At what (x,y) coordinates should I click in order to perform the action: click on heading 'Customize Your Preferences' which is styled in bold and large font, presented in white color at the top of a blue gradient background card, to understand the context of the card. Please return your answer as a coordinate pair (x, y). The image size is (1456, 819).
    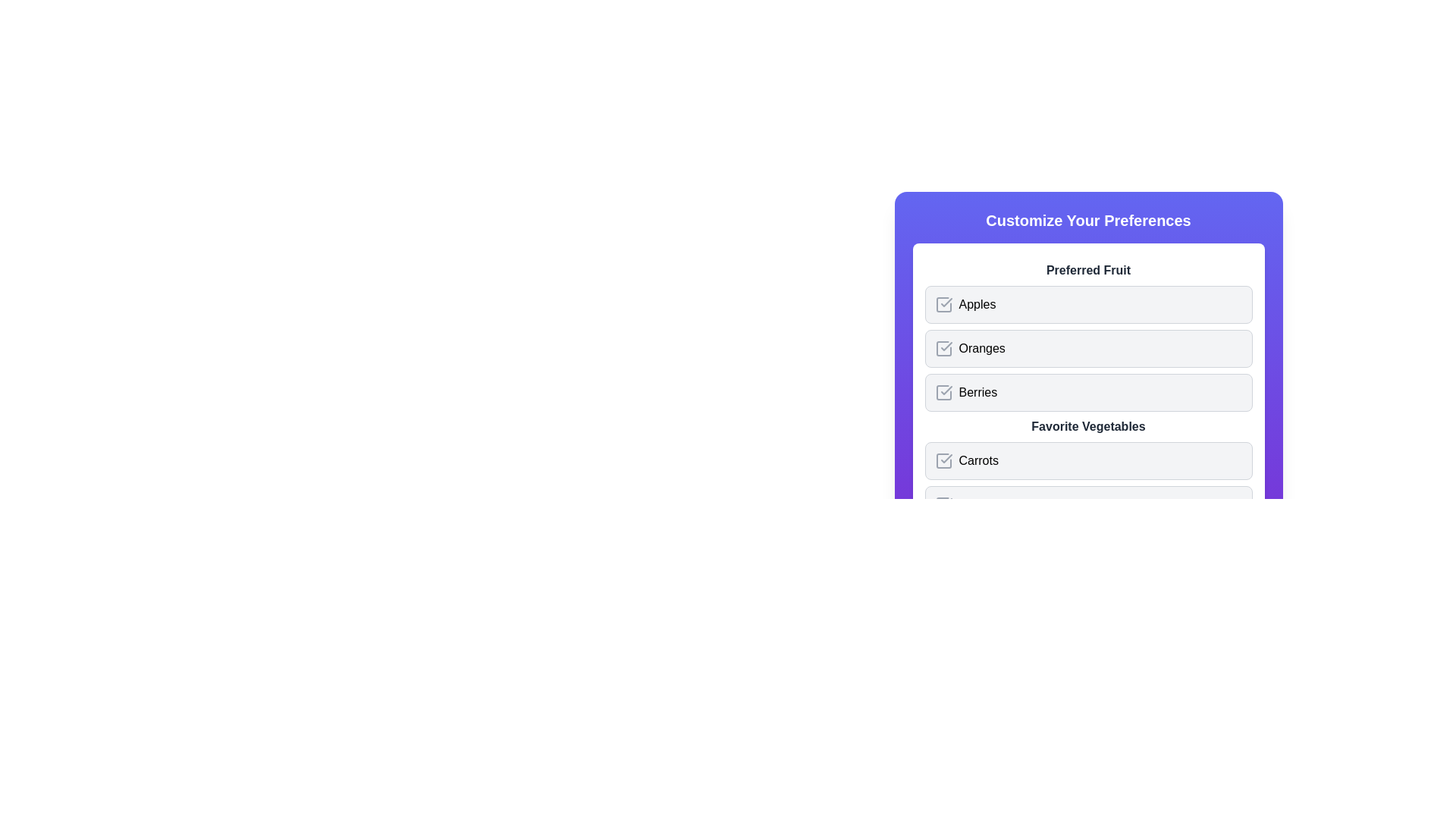
    Looking at the image, I should click on (1087, 220).